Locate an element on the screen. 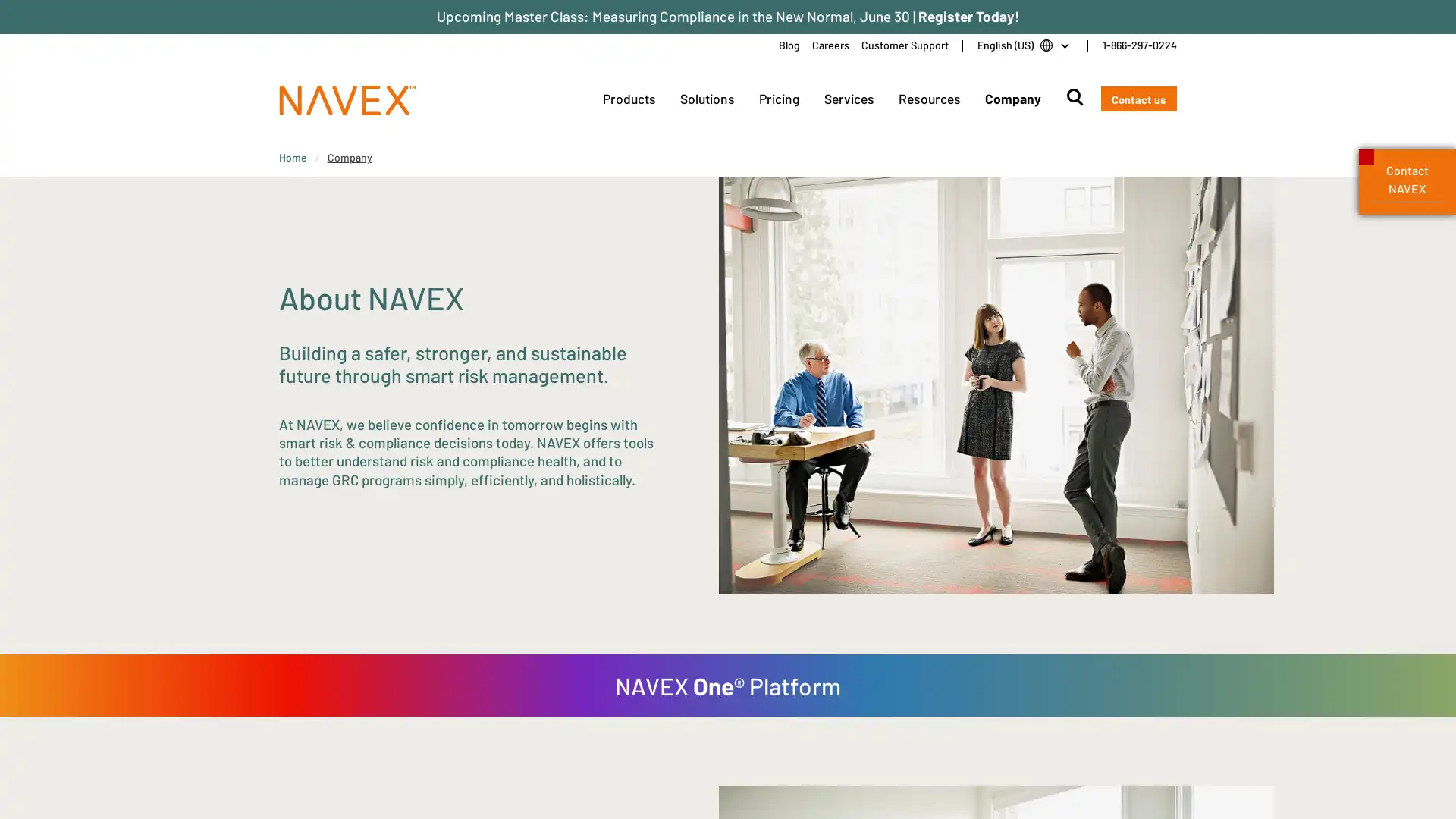 The height and width of the screenshot is (819, 1456). Resources is located at coordinates (927, 99).